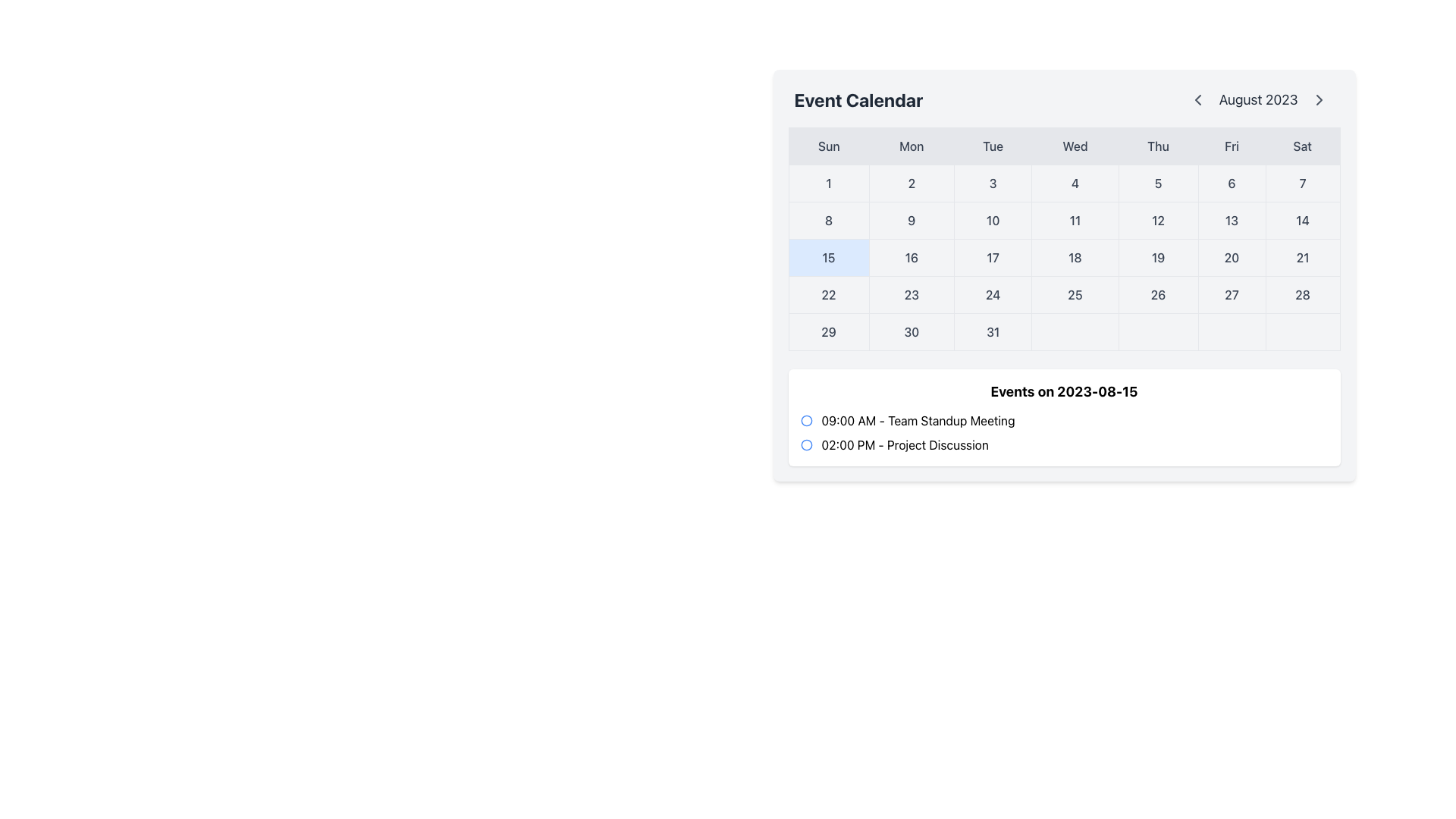  What do you see at coordinates (993, 183) in the screenshot?
I see `the calendar cell representing the 3rd of the current month, located under the 'Tue' column in the calendar grid` at bounding box center [993, 183].